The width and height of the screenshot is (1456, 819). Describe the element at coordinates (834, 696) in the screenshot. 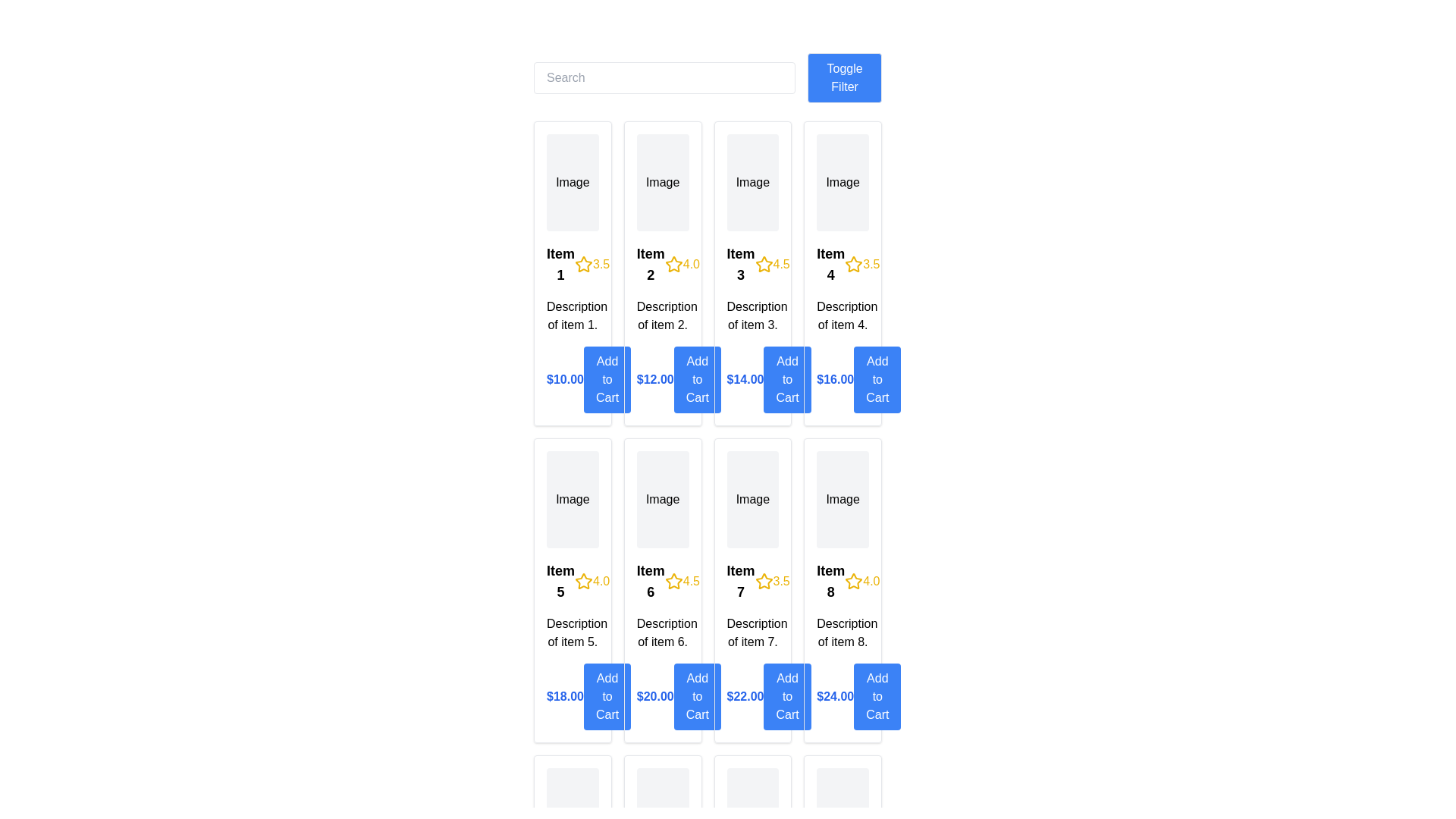

I see `the price tag element displaying '$24.00', which is styled with a bold blue font and located at the bottom of the card for Item 8, to the left of the 'Add to Cart' button` at that location.